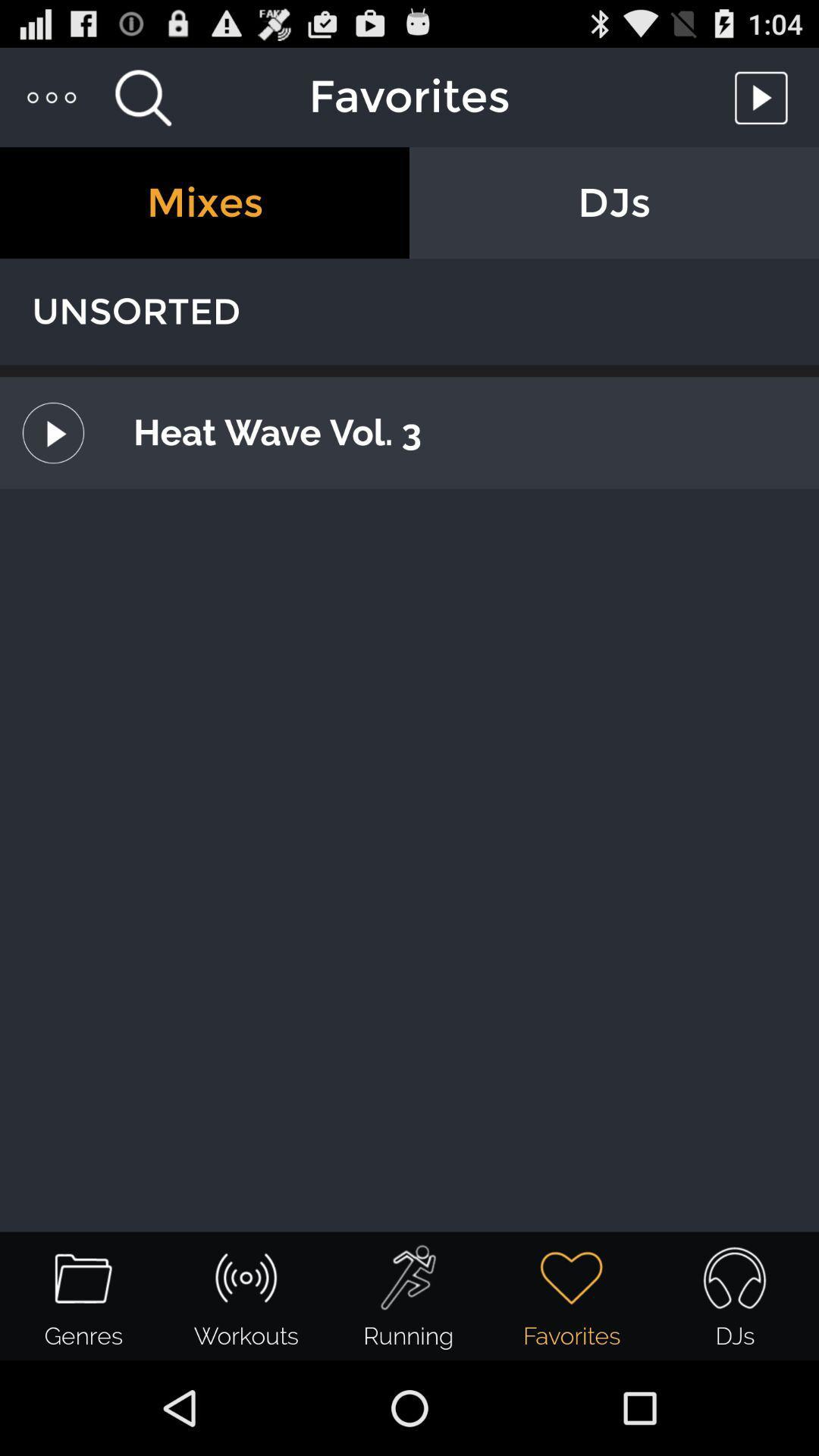  Describe the element at coordinates (205, 202) in the screenshot. I see `icon to the left of the djs item` at that location.